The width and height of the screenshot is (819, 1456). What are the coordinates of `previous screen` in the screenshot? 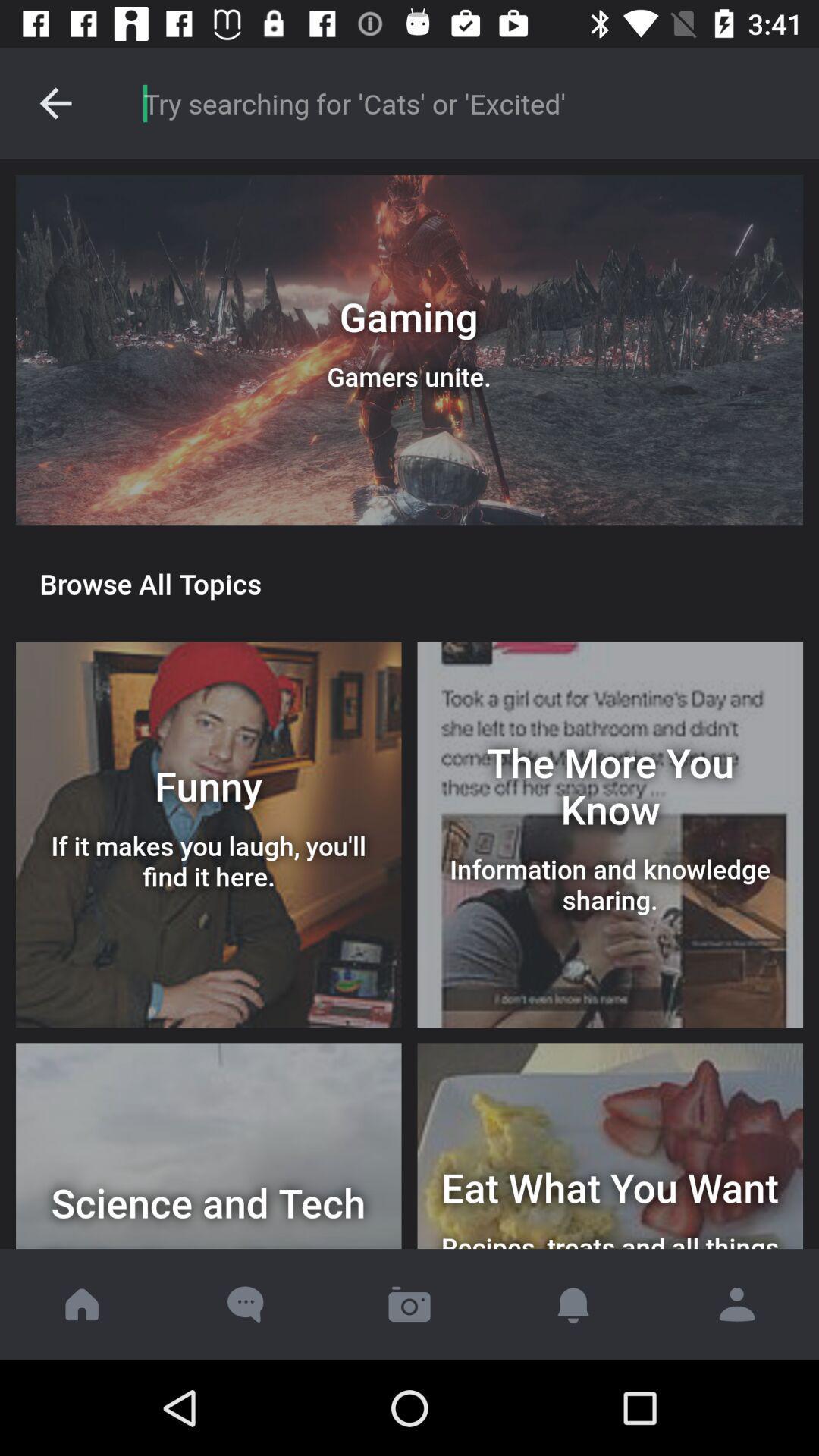 It's located at (55, 102).